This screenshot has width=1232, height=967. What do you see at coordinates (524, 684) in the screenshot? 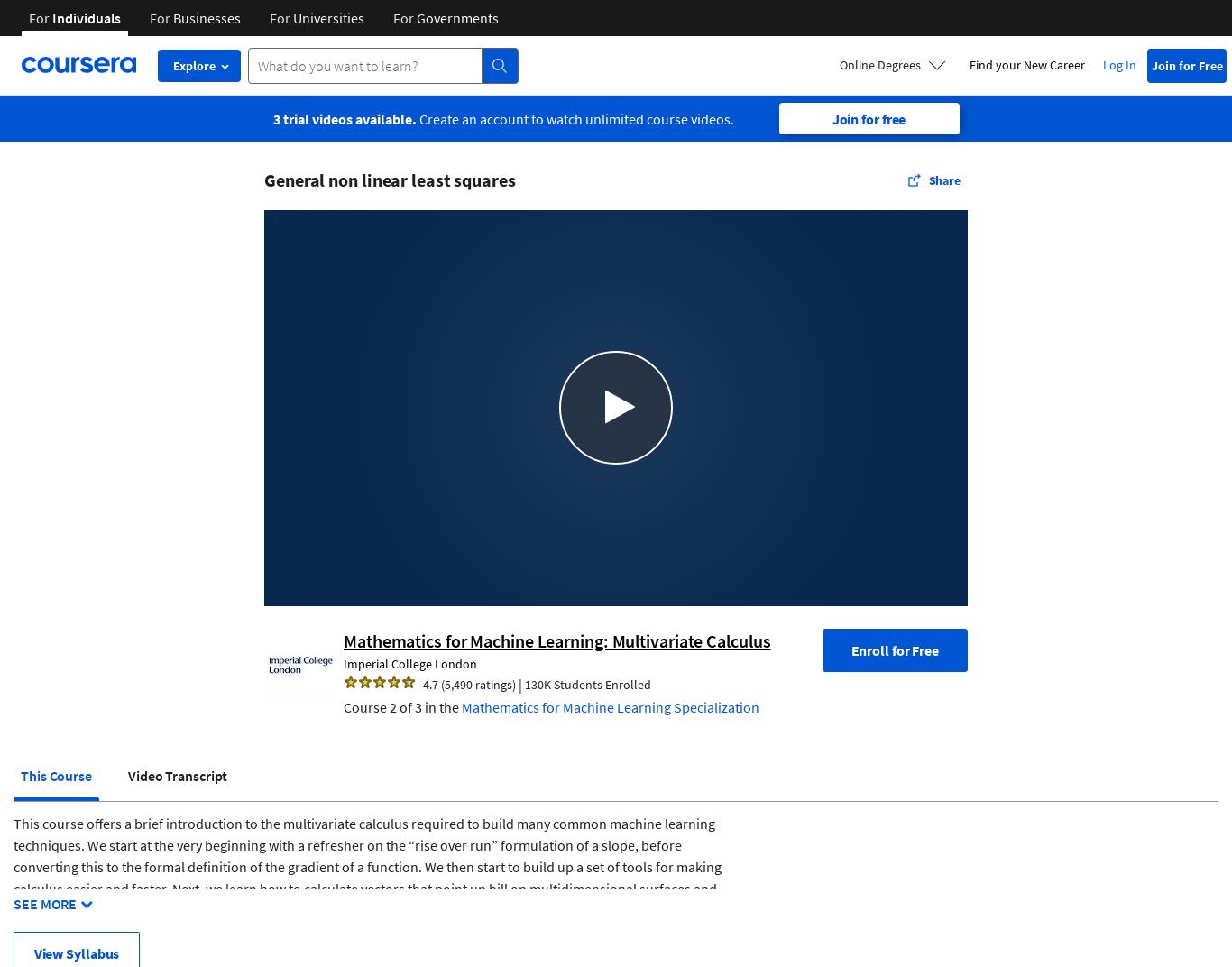
I see `'130K Students Enrolled'` at bounding box center [524, 684].